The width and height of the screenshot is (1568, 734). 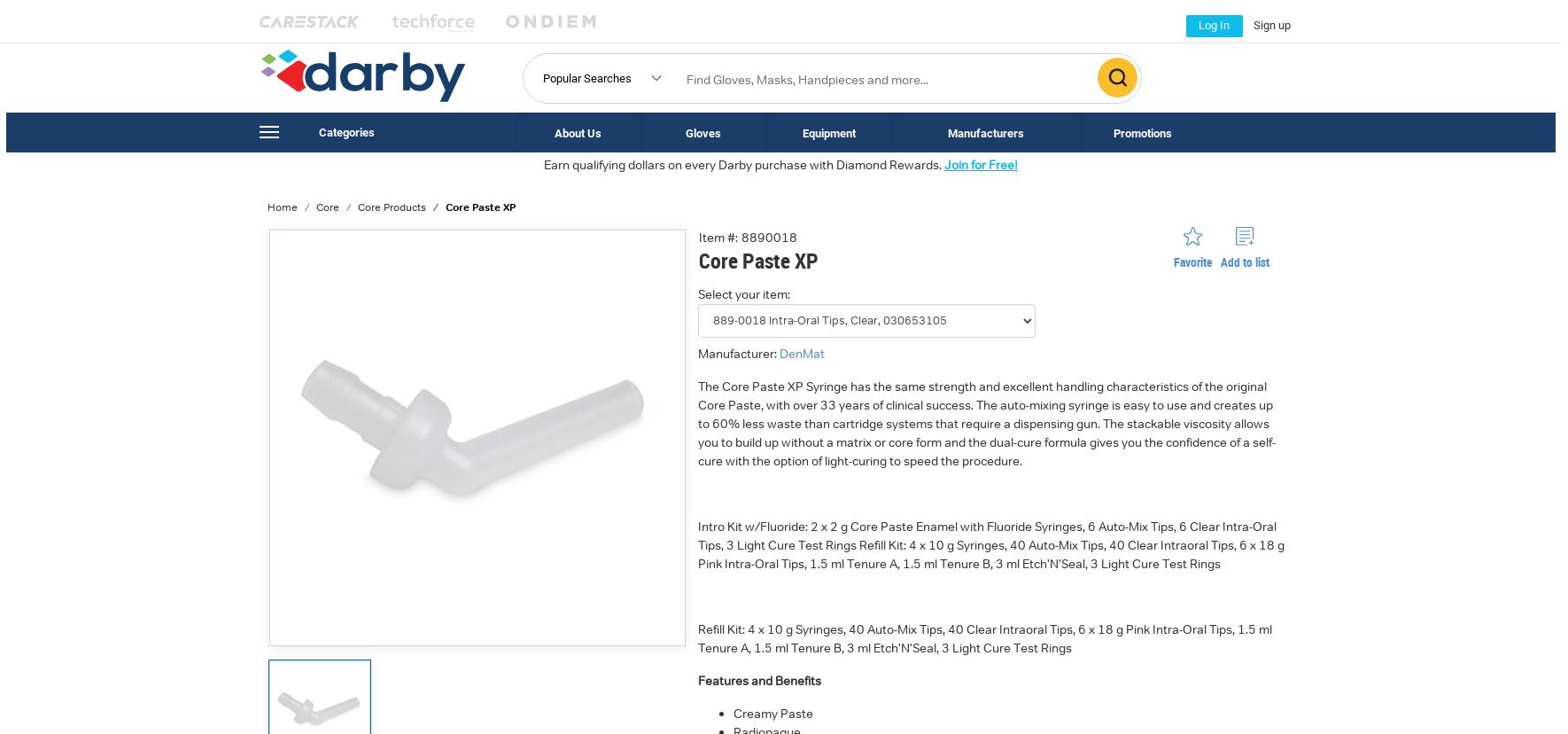 What do you see at coordinates (758, 679) in the screenshot?
I see `'Features and Benefits'` at bounding box center [758, 679].